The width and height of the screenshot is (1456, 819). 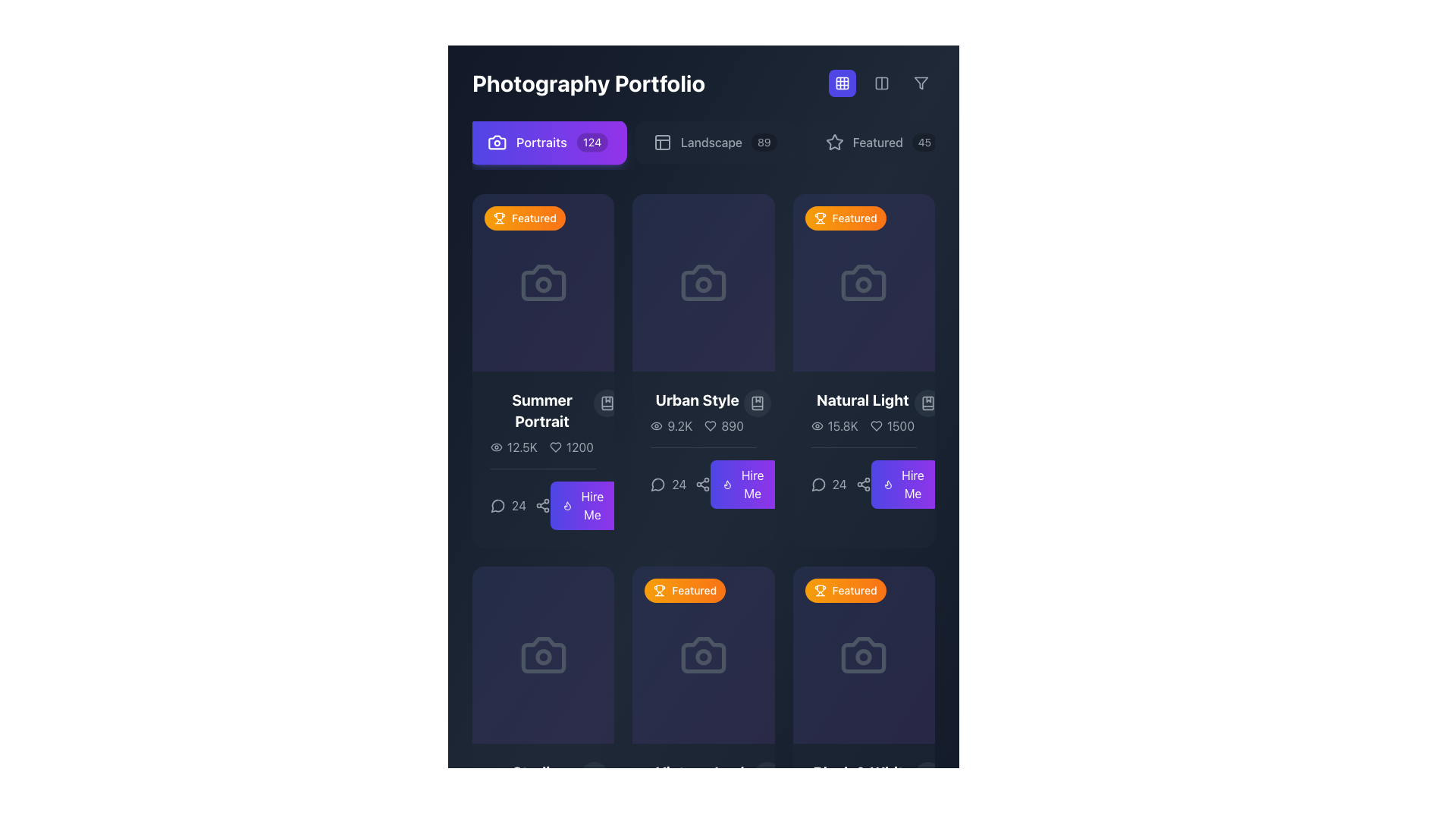 I want to click on the camera icon located in the fourth card of the second row, which is marked as 'Featured' with an orange badge, so click(x=864, y=654).